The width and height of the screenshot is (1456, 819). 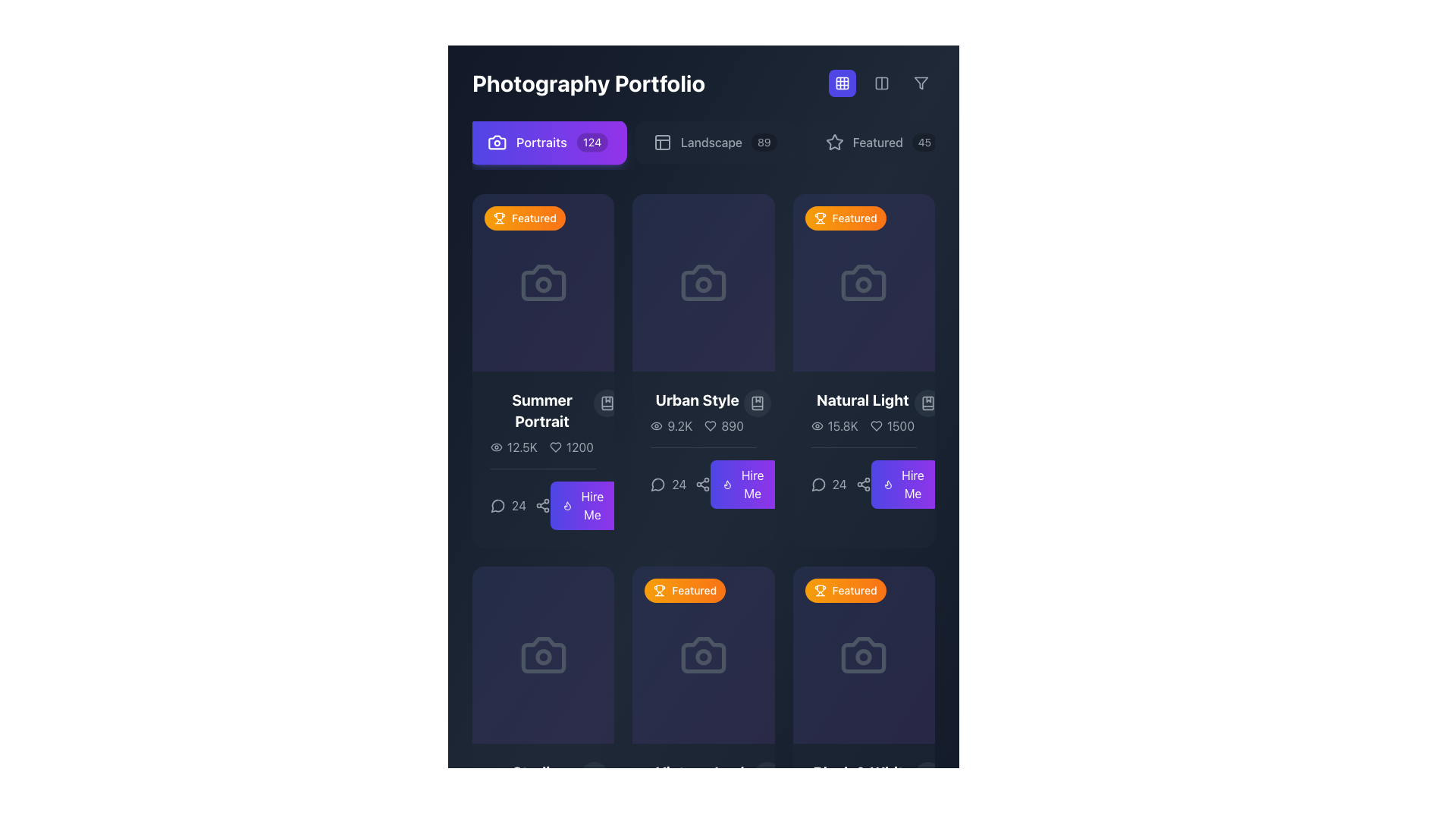 I want to click on the camera icon located in the fourth card of the second row, which is marked as 'Featured' with an orange badge, so click(x=864, y=654).